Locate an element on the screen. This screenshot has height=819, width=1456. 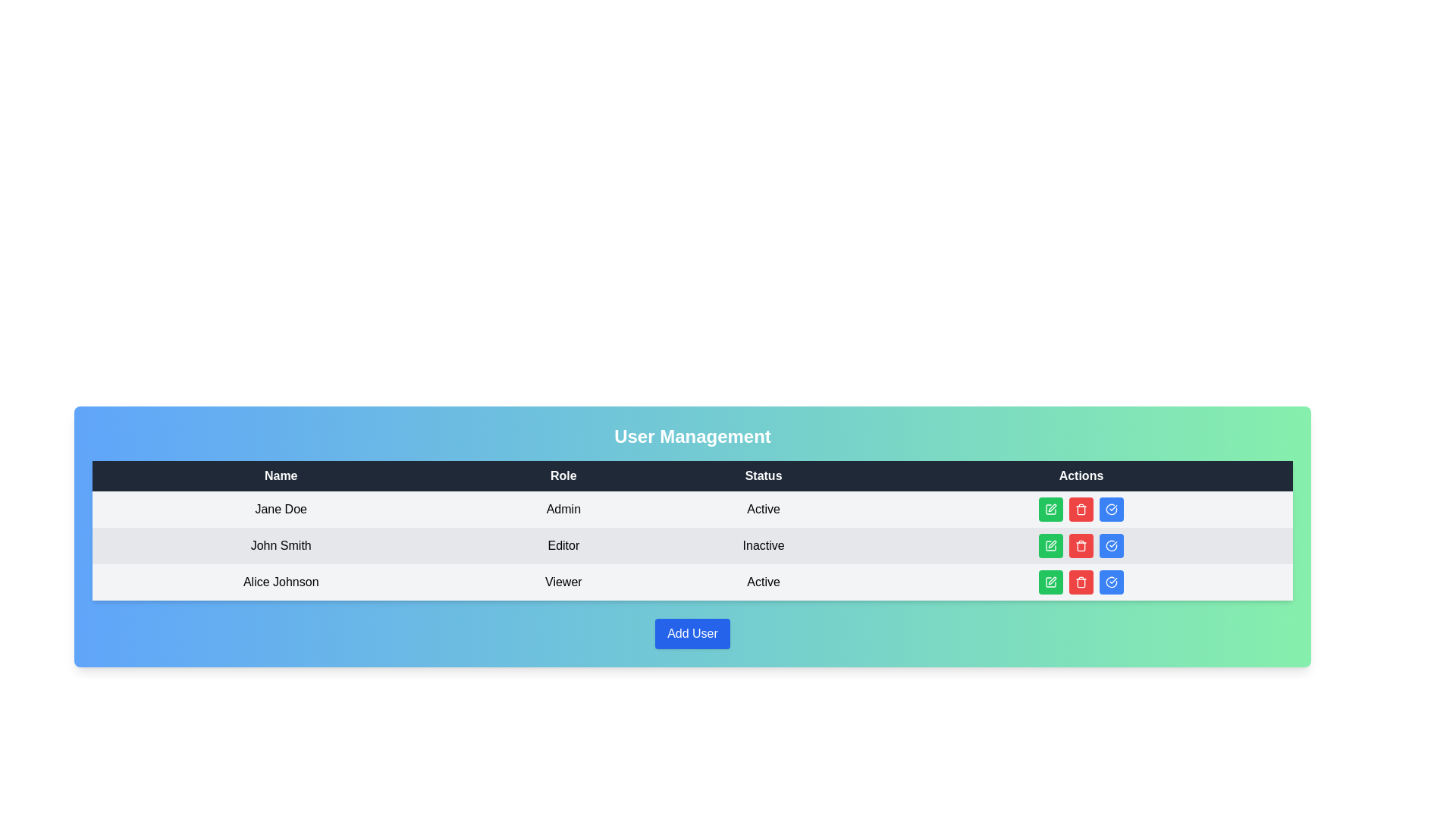
the text label indicating 'John Smith' as 'Editor', located in the second column of the second row of the table, under the 'Name' column and to the left of the 'Status' column labeled 'Inactive' is located at coordinates (563, 546).